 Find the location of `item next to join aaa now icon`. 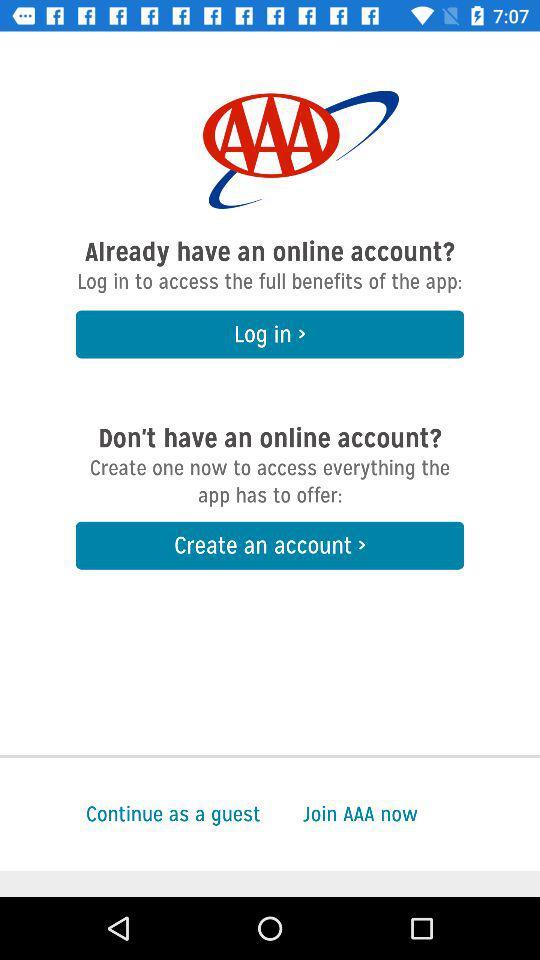

item next to join aaa now icon is located at coordinates (130, 814).